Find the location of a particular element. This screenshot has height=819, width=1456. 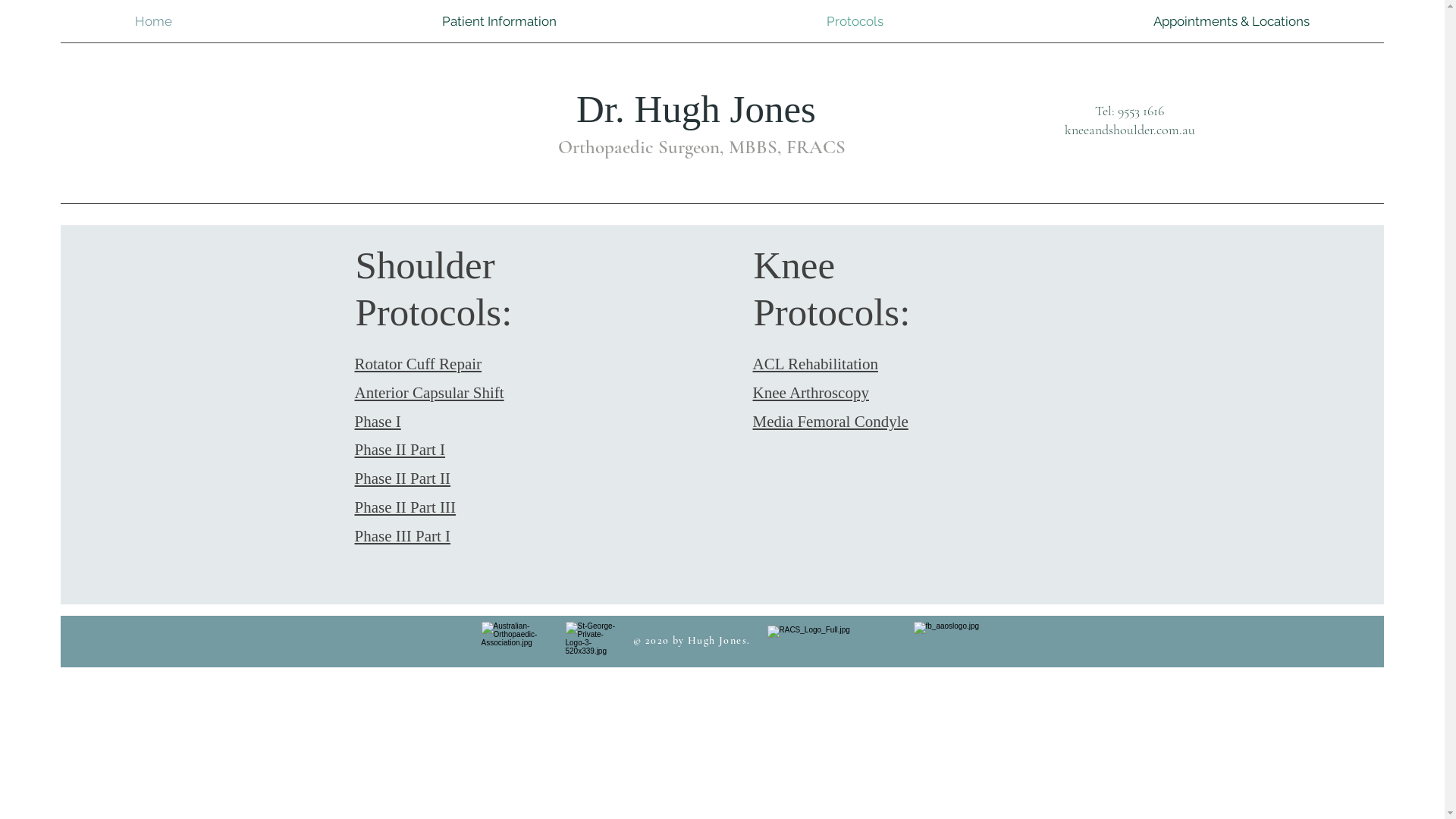

'Anterior Capsular Shift' is located at coordinates (428, 391).